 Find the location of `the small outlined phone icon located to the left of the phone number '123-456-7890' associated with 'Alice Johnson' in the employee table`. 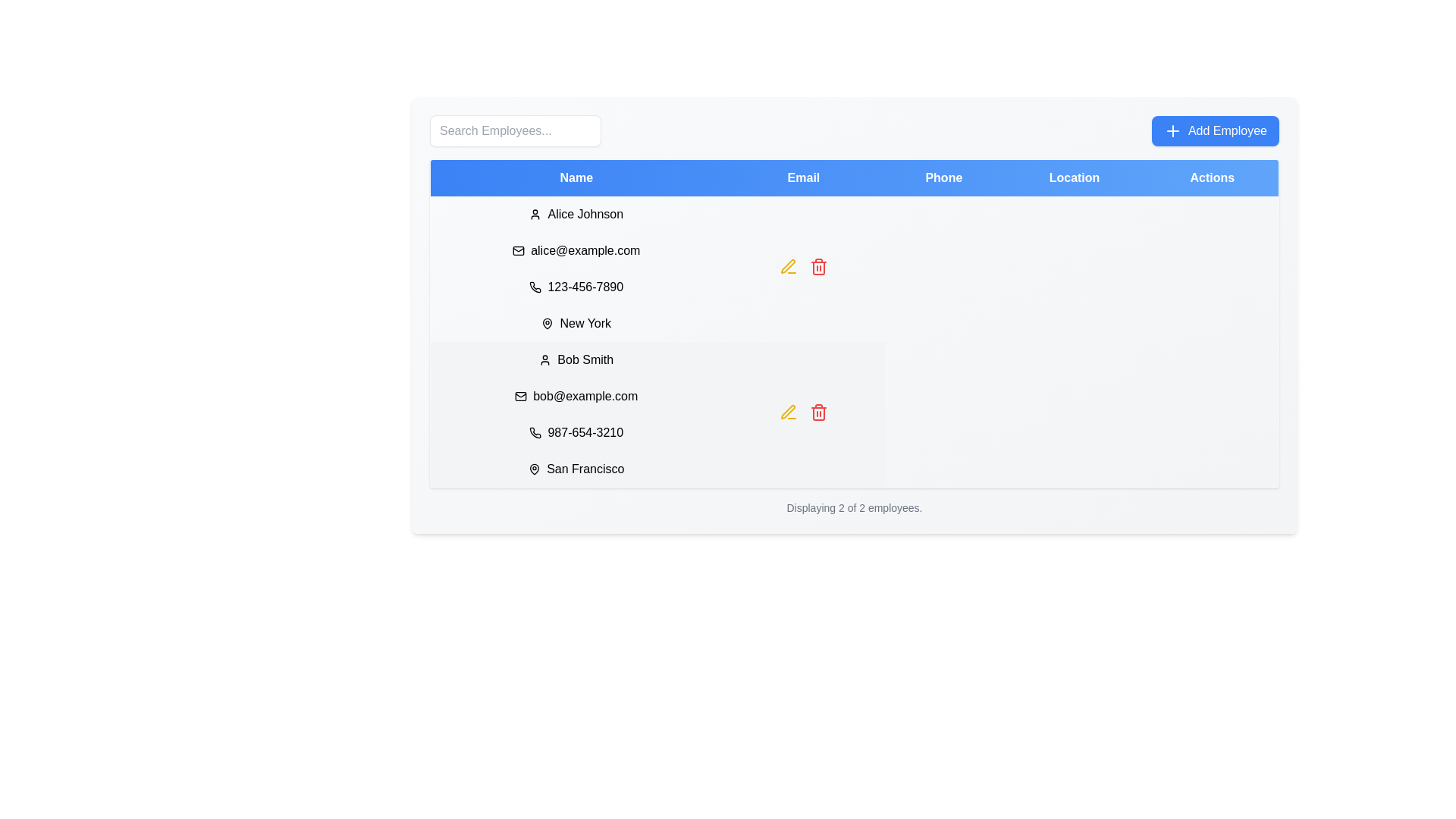

the small outlined phone icon located to the left of the phone number '123-456-7890' associated with 'Alice Johnson' in the employee table is located at coordinates (535, 287).